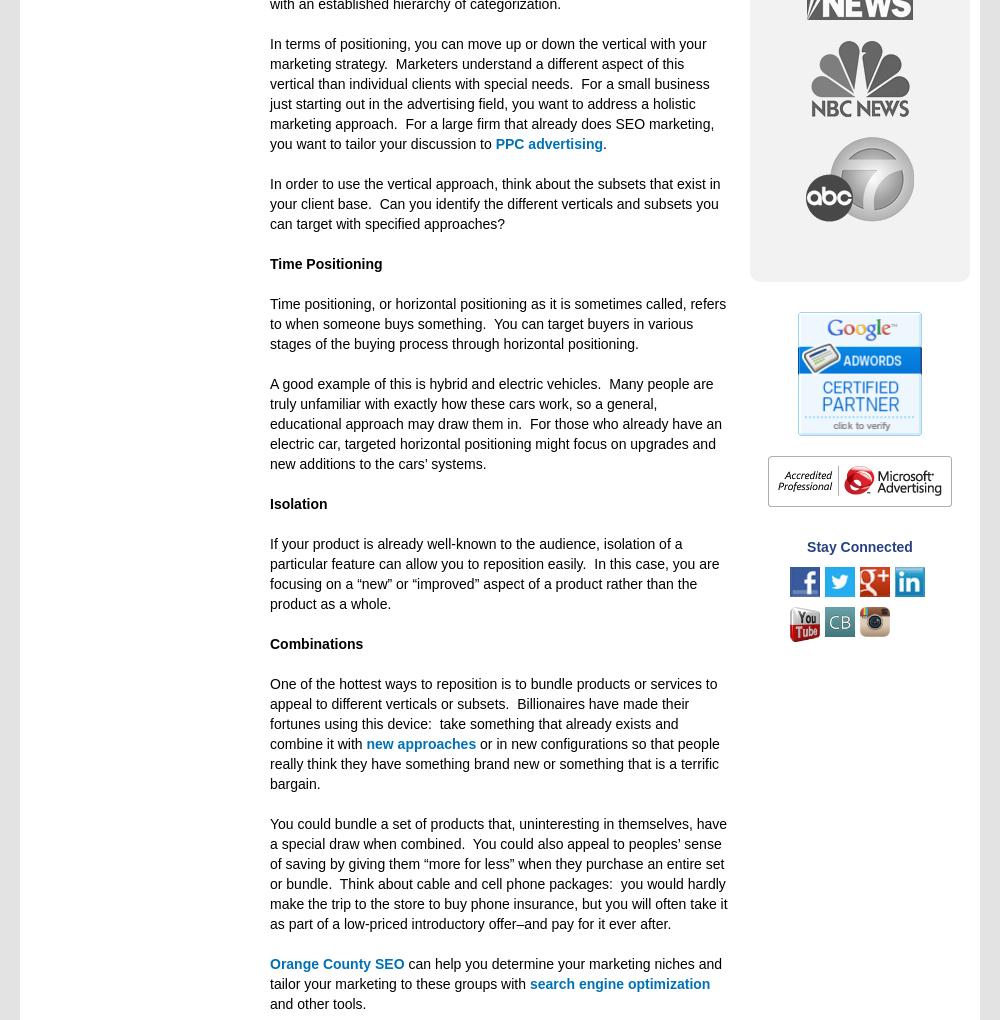 This screenshot has height=1020, width=1000. Describe the element at coordinates (549, 144) in the screenshot. I see `'PPC advertising'` at that location.